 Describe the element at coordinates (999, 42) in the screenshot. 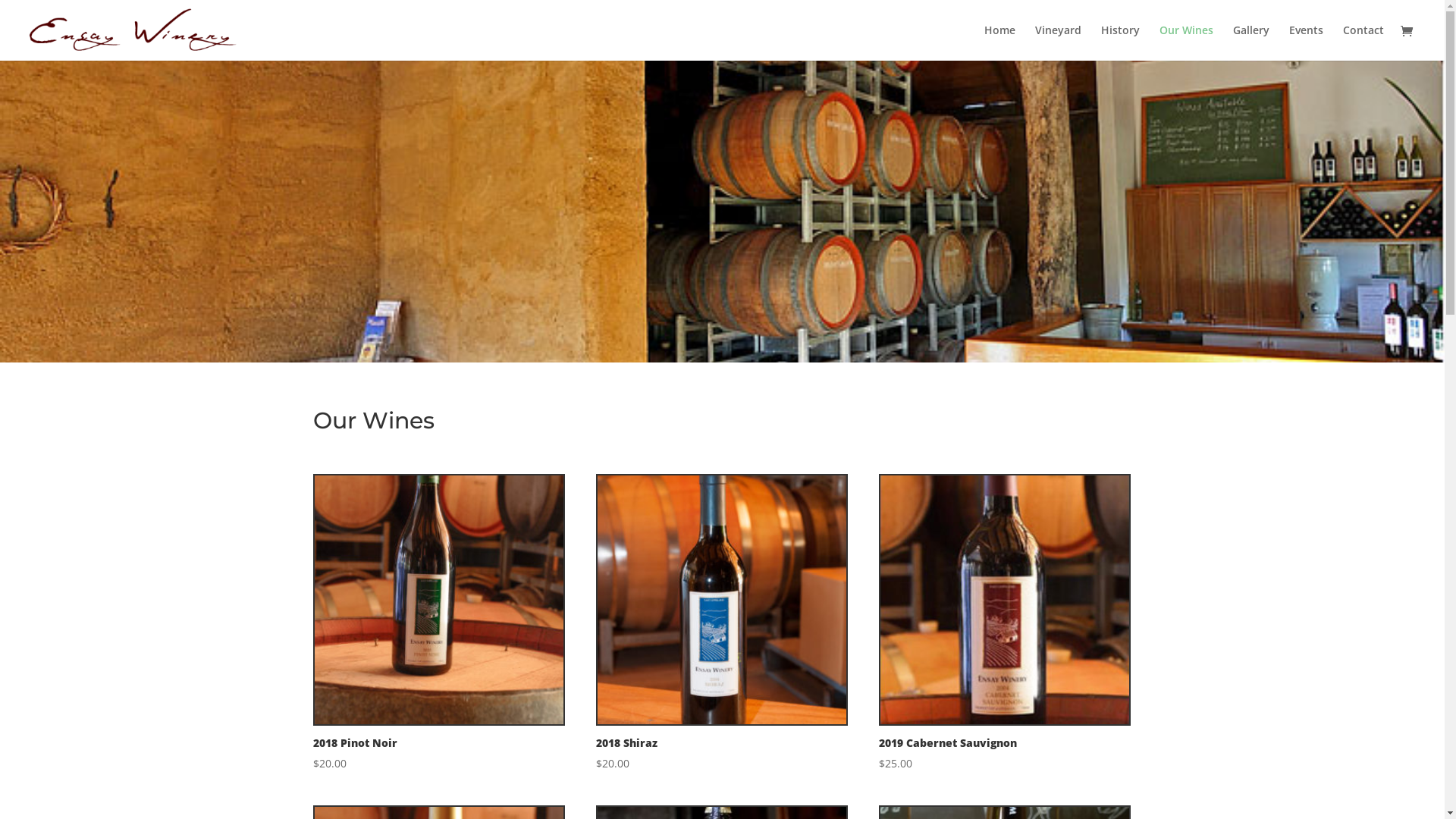

I see `'Home'` at that location.